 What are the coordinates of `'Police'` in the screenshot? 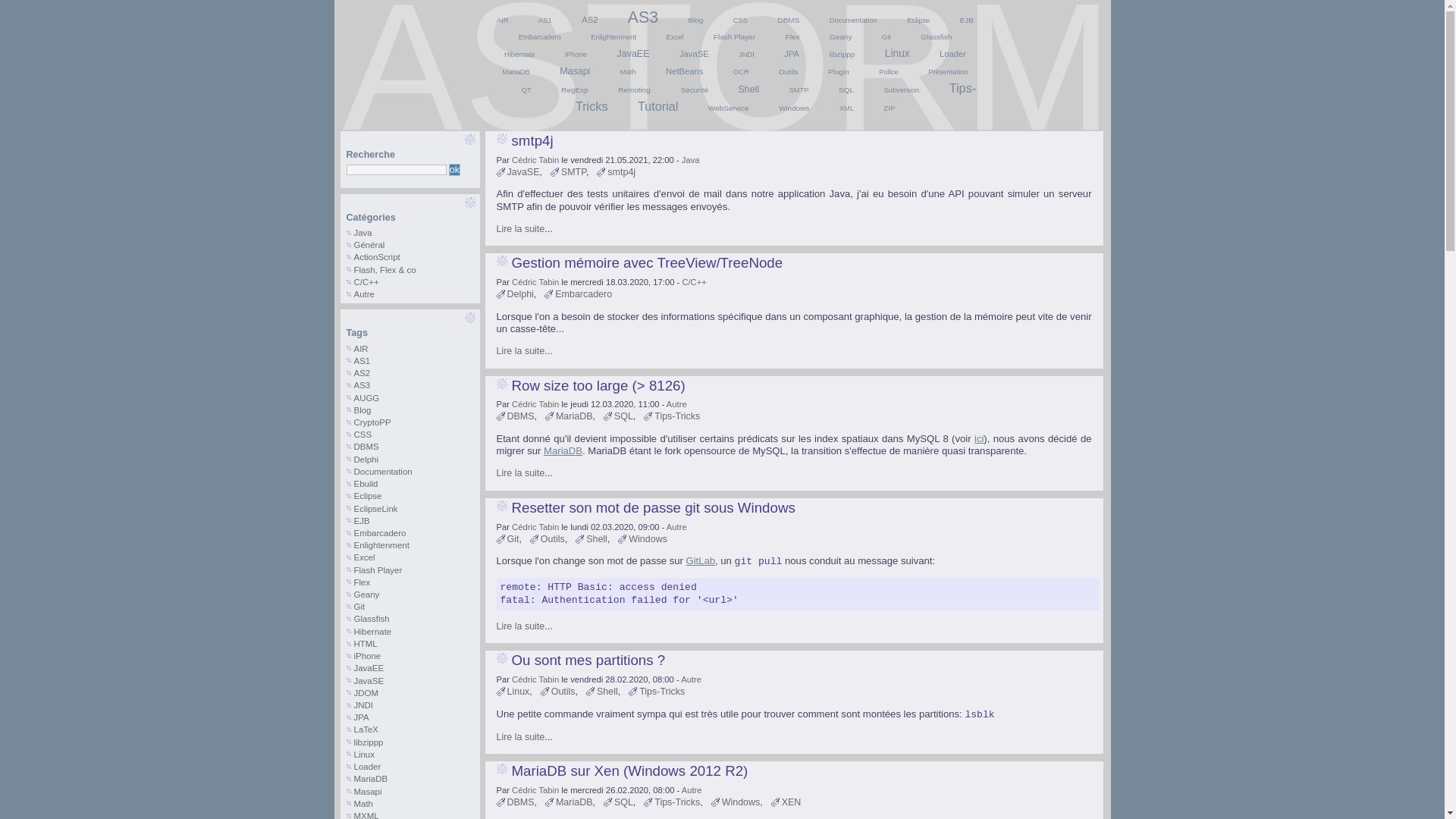 It's located at (888, 72).